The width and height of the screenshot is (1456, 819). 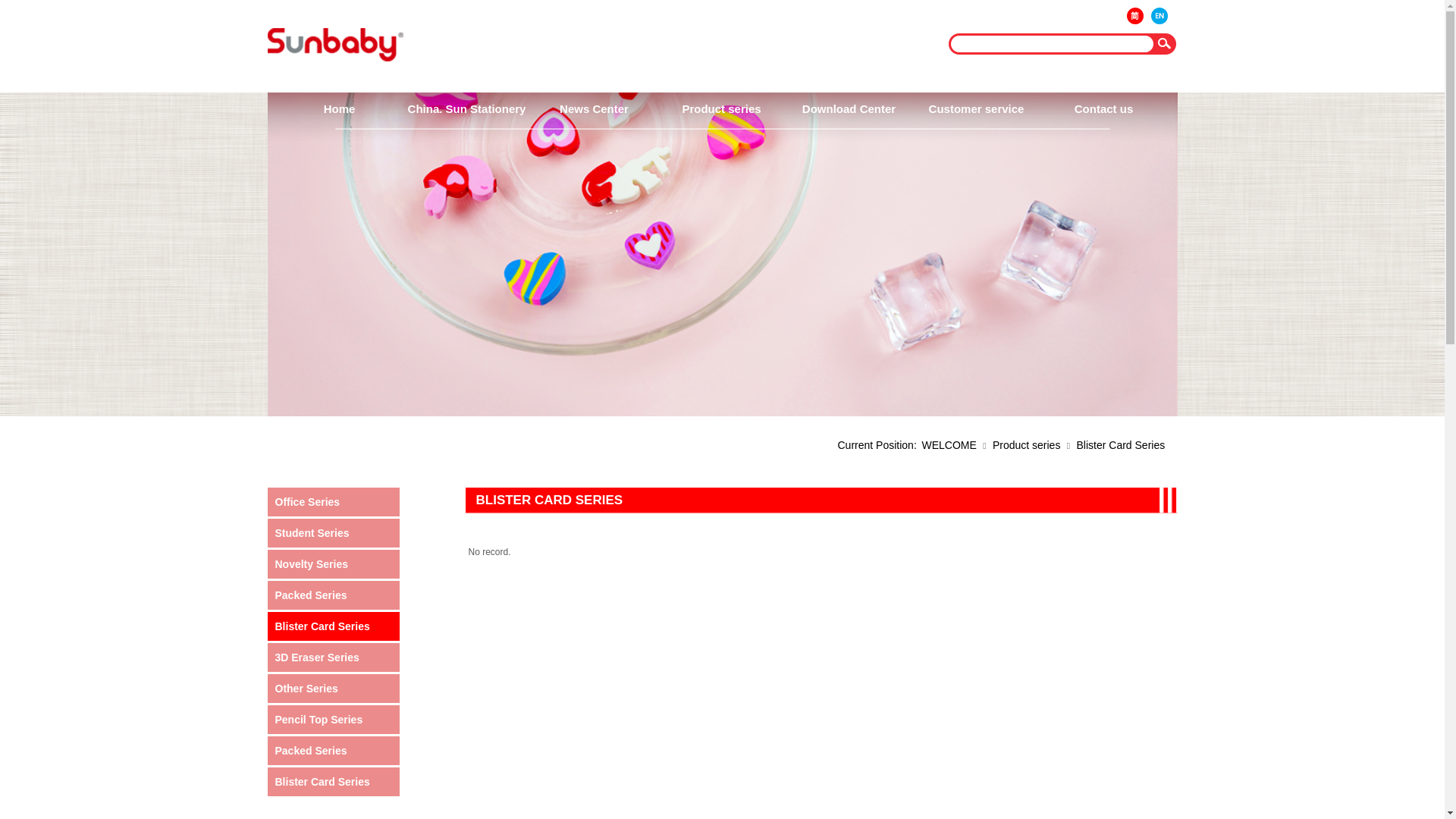 What do you see at coordinates (334, 657) in the screenshot?
I see `'3D Eraser Series'` at bounding box center [334, 657].